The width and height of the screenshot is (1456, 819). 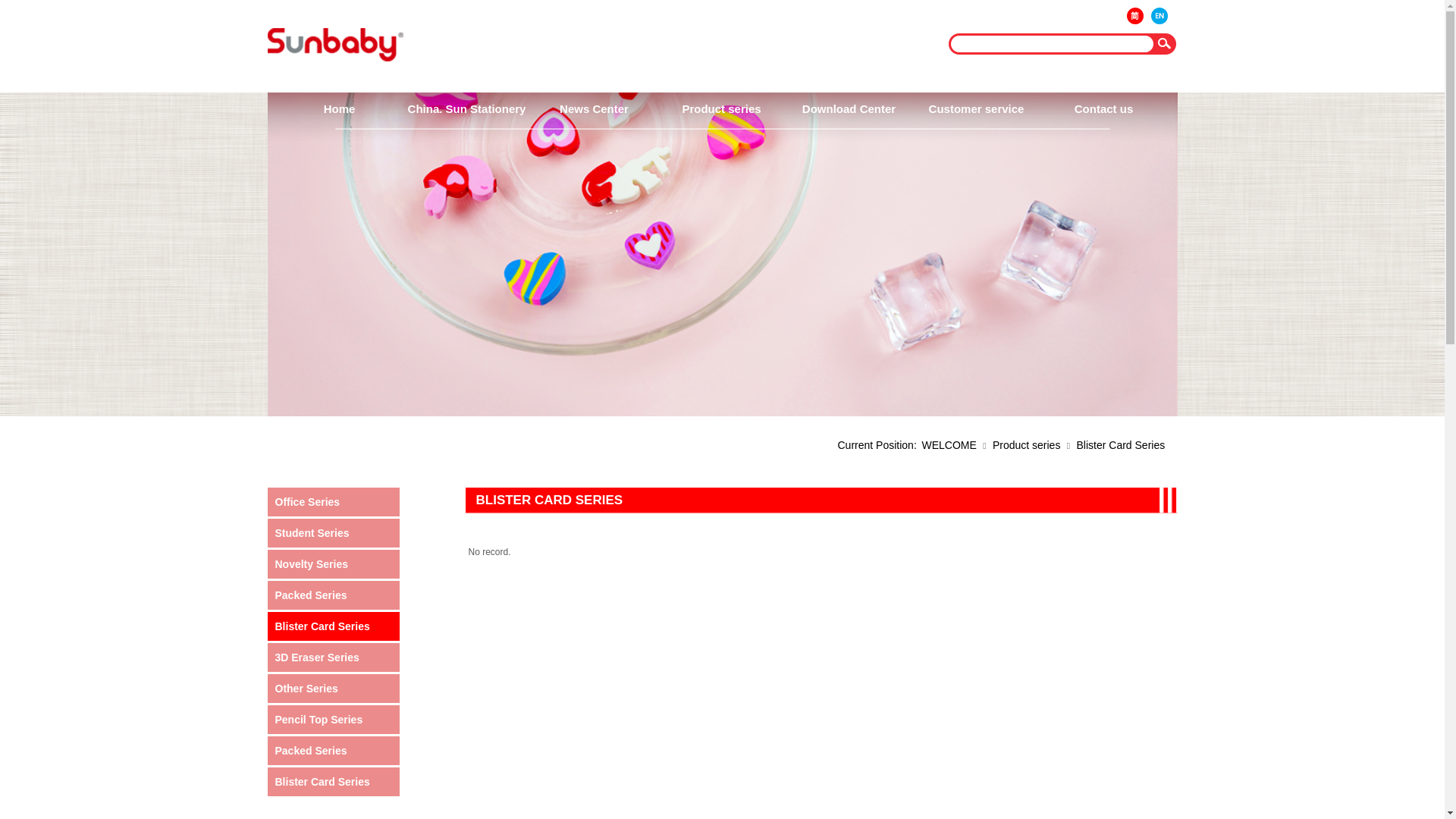 What do you see at coordinates (334, 657) in the screenshot?
I see `'3D Eraser Series'` at bounding box center [334, 657].